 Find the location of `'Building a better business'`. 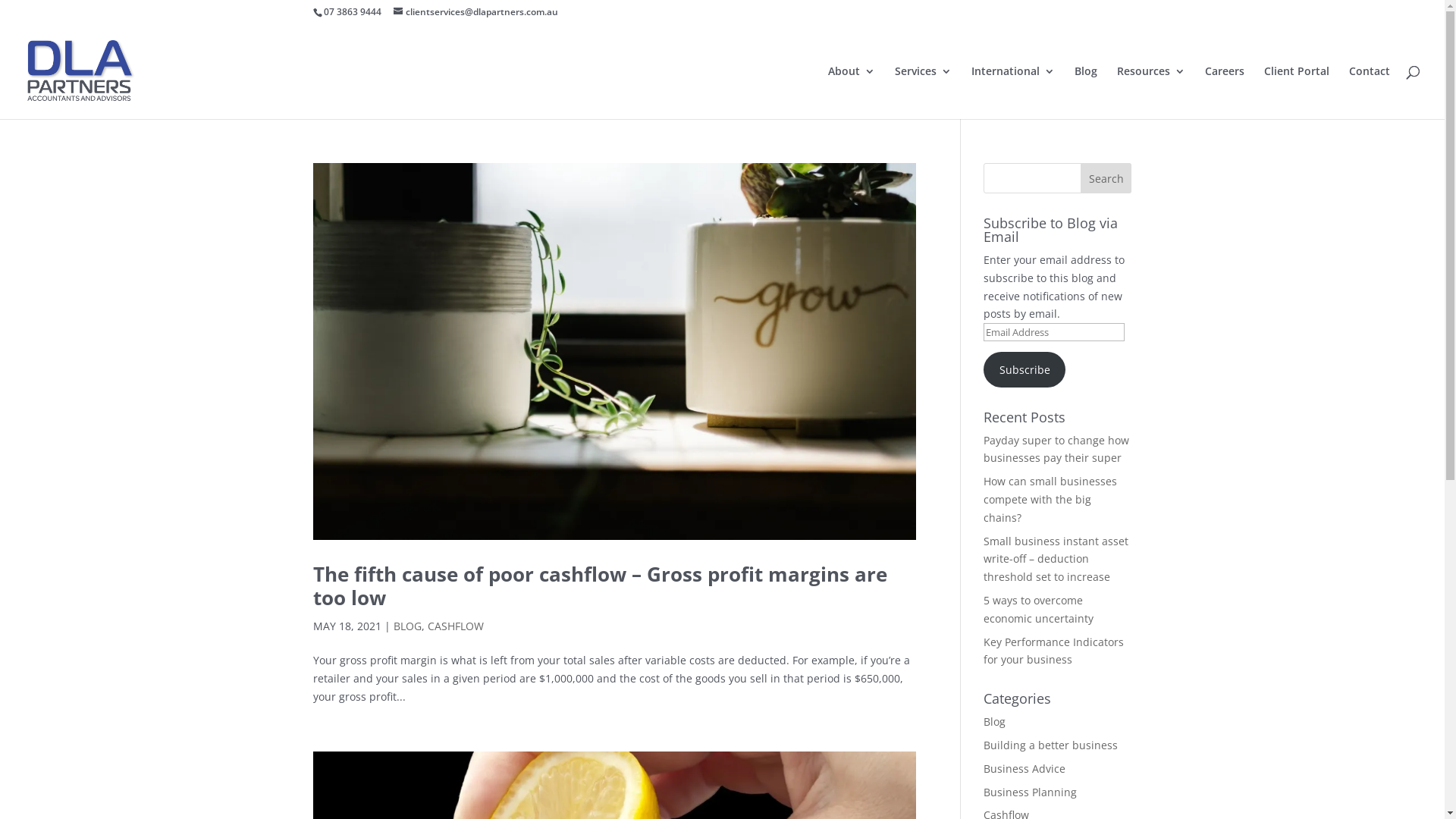

'Building a better business' is located at coordinates (1050, 744).